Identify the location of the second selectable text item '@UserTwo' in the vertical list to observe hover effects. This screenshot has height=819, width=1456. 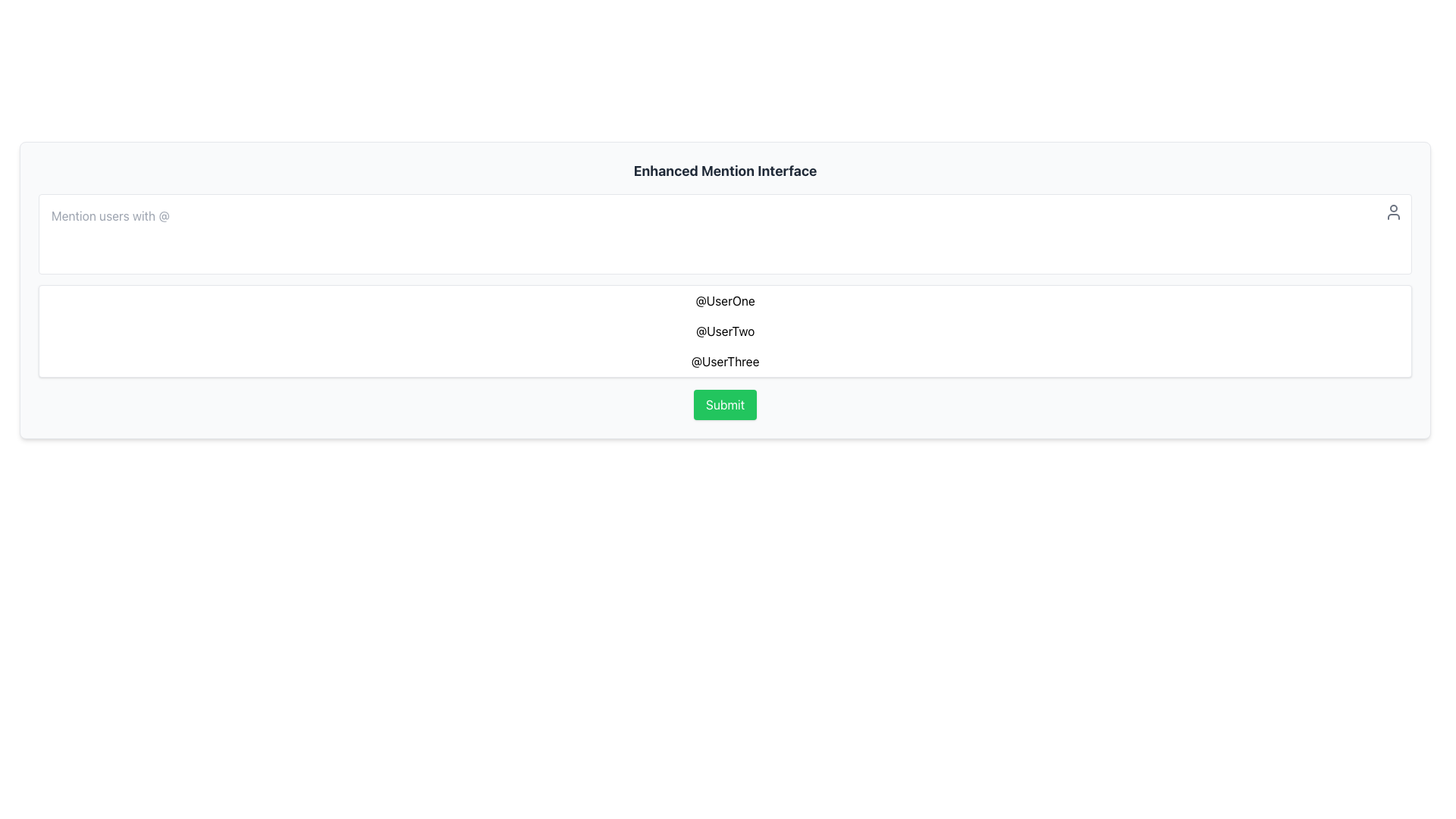
(724, 330).